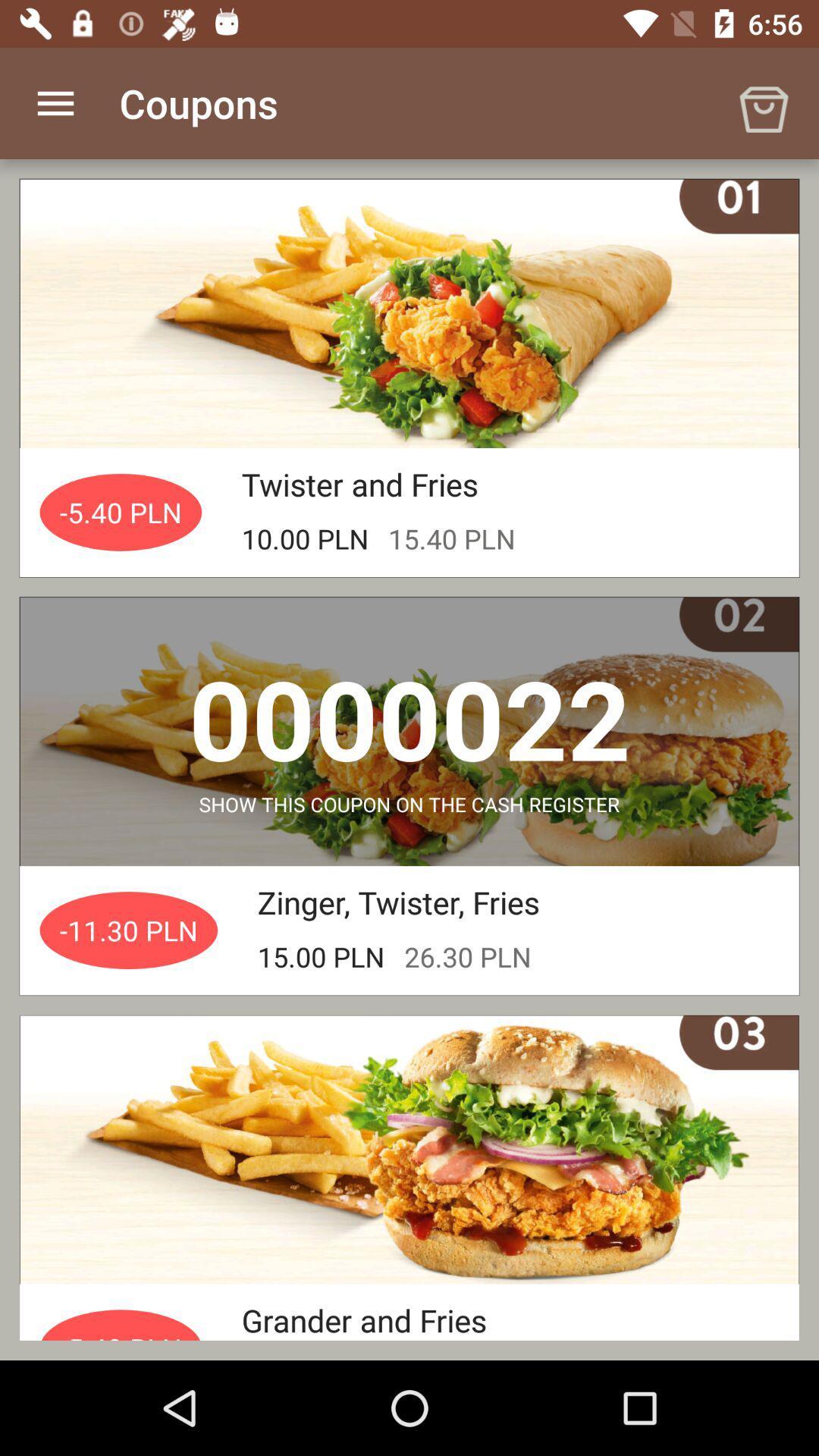 The height and width of the screenshot is (1456, 819). Describe the element at coordinates (763, 102) in the screenshot. I see `the icon next to coupons icon` at that location.